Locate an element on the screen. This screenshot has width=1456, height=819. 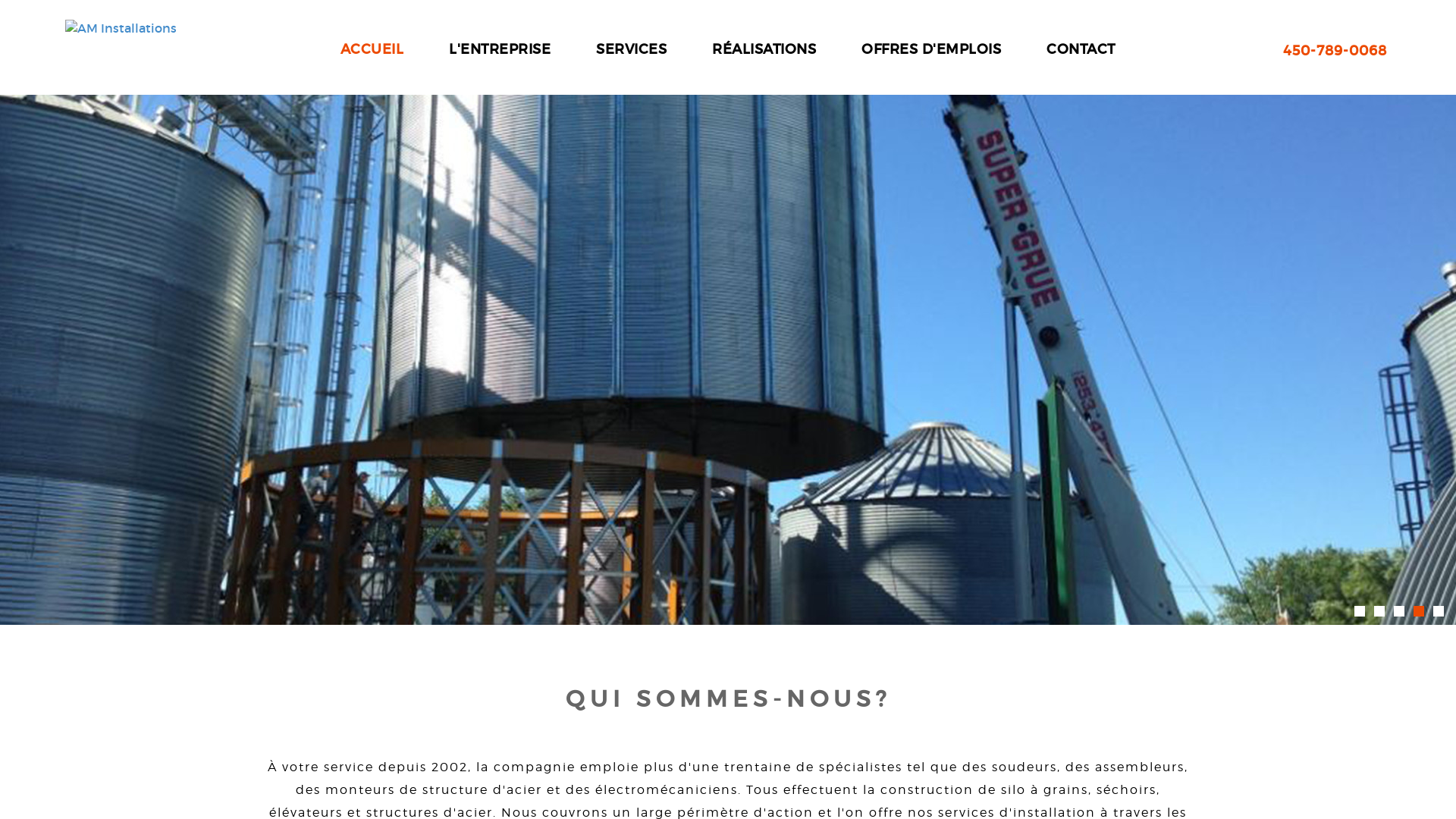
'OFFRES D'EMPLOIS' is located at coordinates (861, 49).